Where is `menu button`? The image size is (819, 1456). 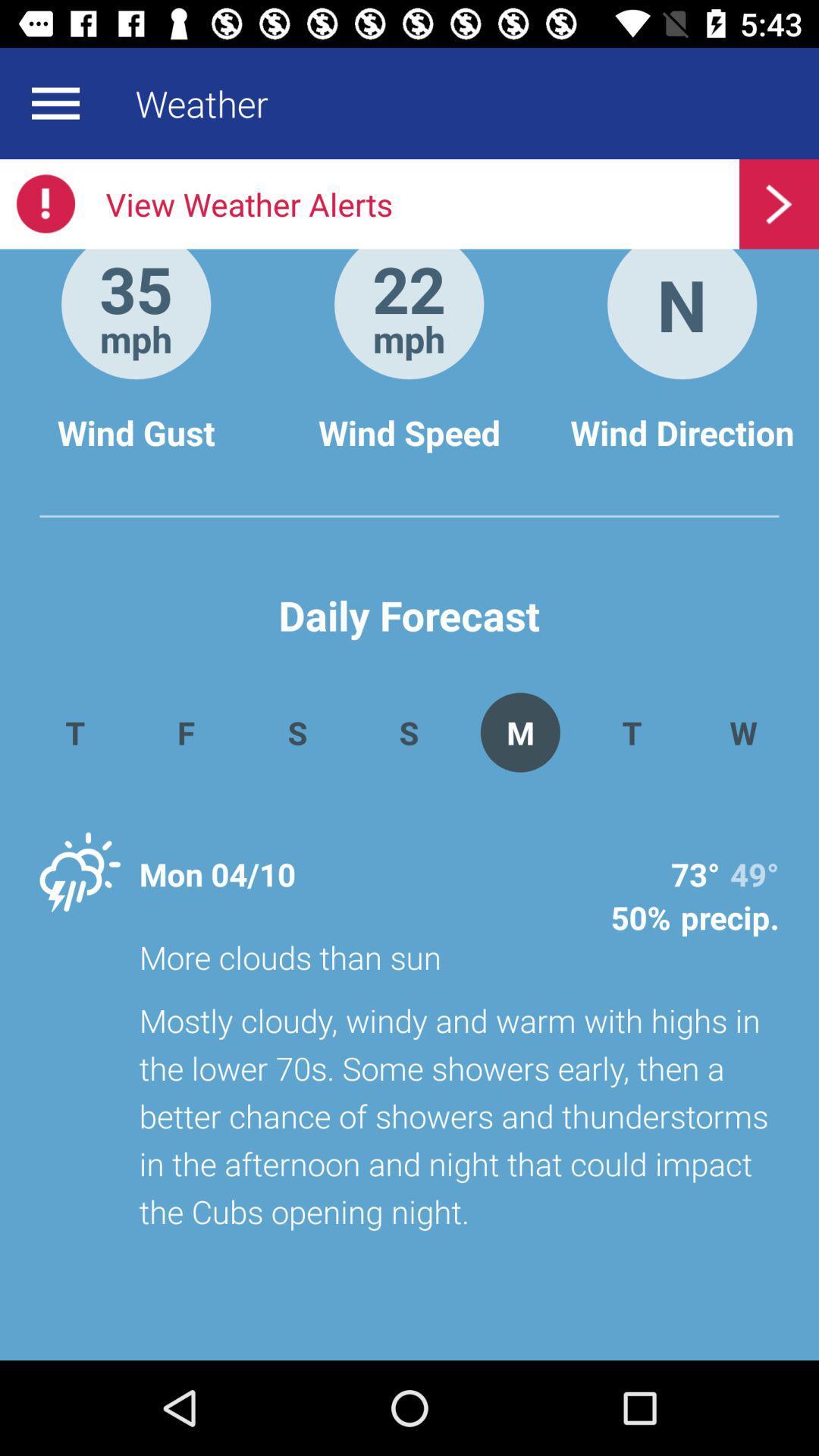
menu button is located at coordinates (55, 103).